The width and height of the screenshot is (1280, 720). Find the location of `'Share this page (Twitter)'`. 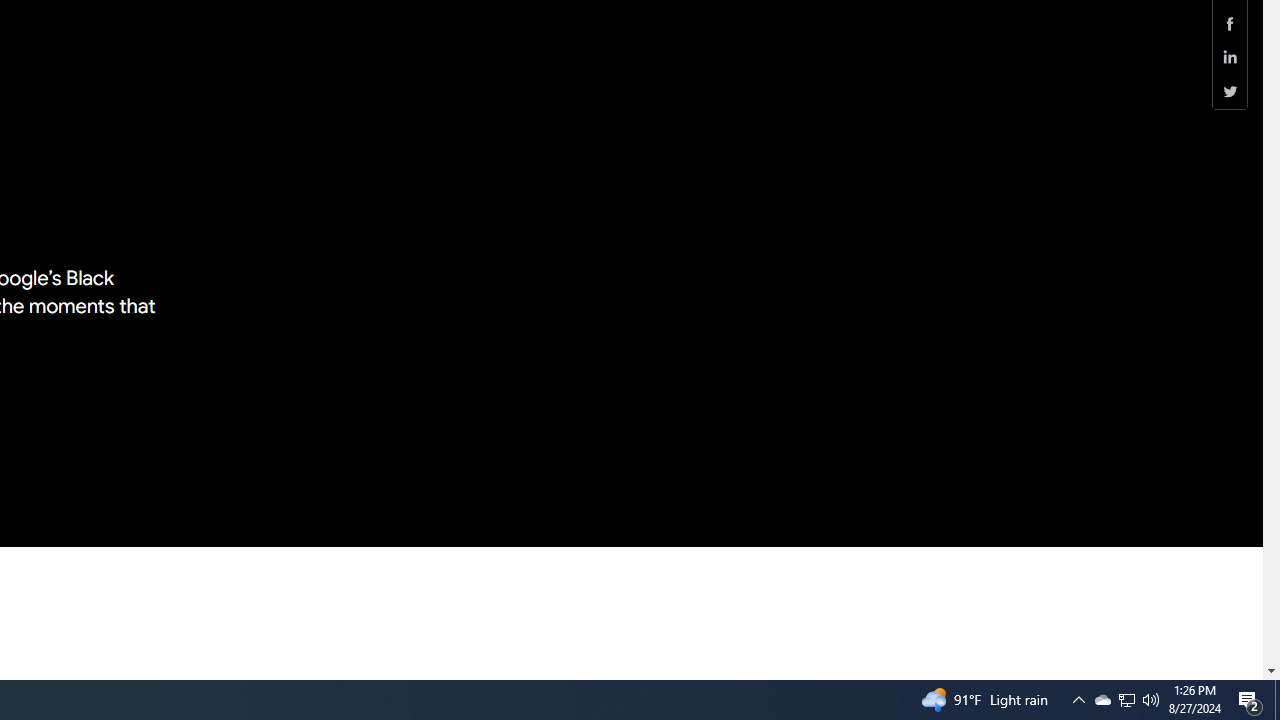

'Share this page (Twitter)' is located at coordinates (1229, 91).